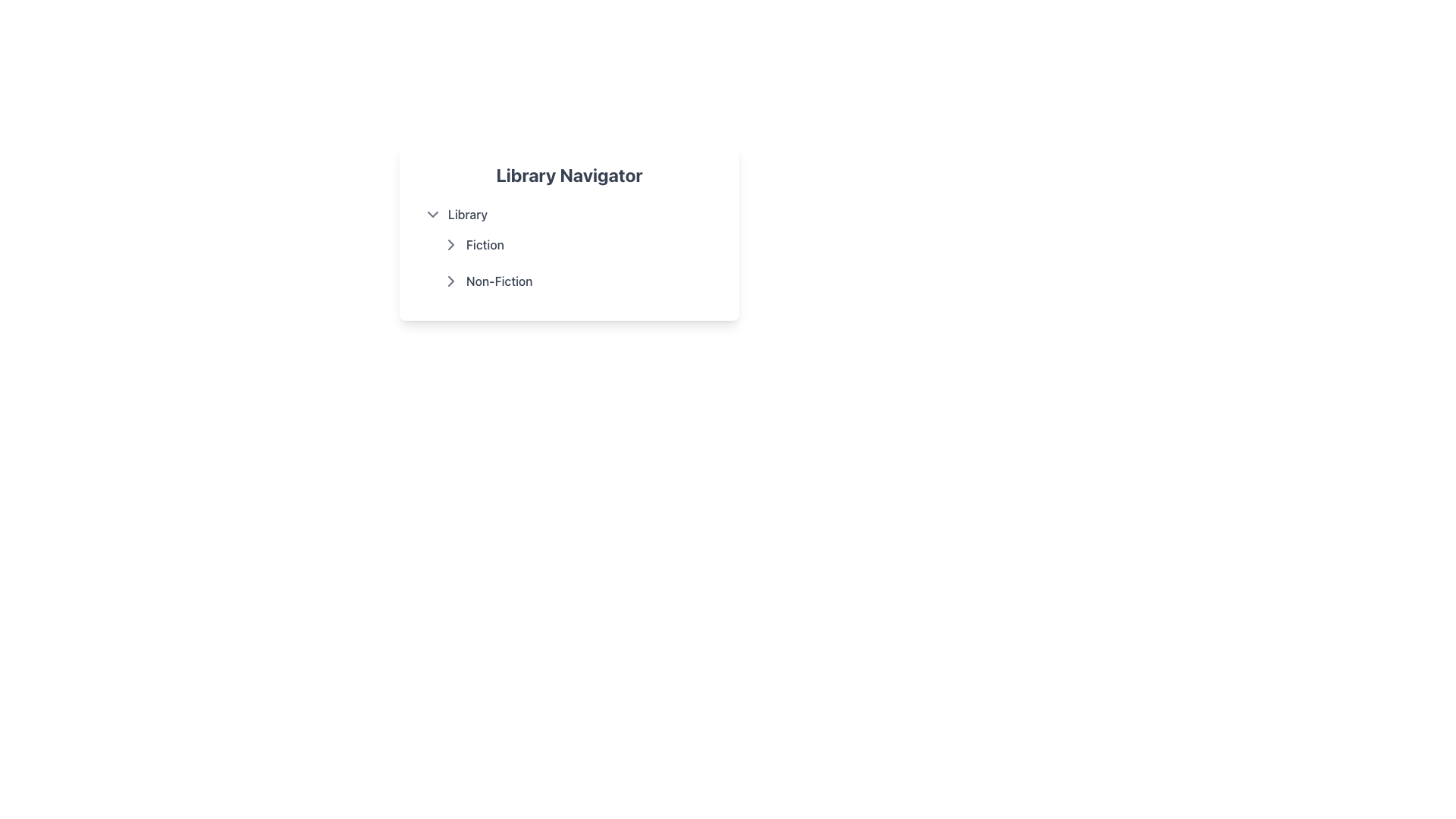  What do you see at coordinates (450, 281) in the screenshot?
I see `the right-facing chevron icon styled with gray color, which precedes the 'Non-Fiction' label in the vertical navigation menu` at bounding box center [450, 281].